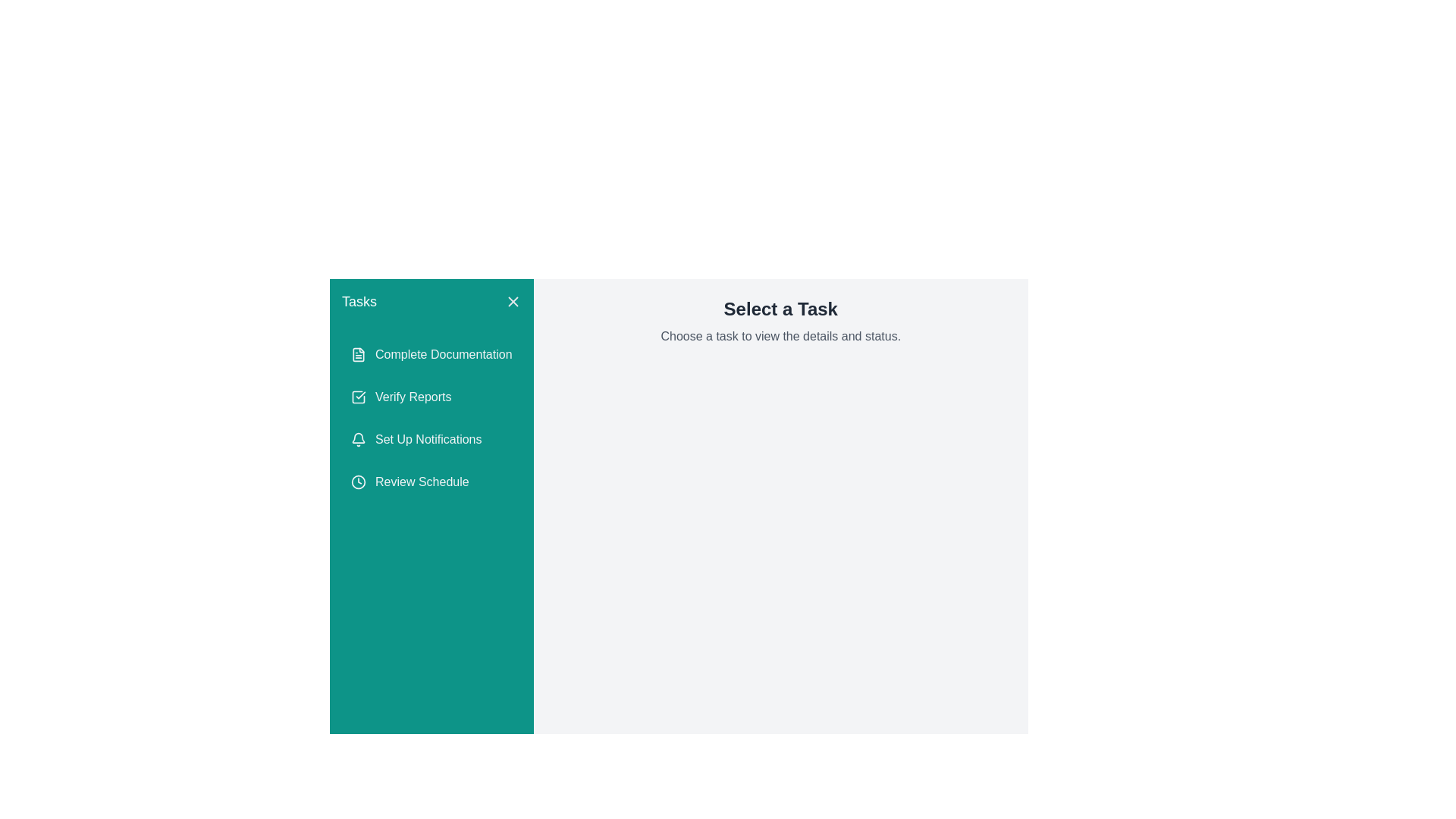 The height and width of the screenshot is (819, 1456). What do you see at coordinates (431, 397) in the screenshot?
I see `the 'Verify Reports' button, which features a checkbox icon and is located below the 'Complete Documentation' button in the left-side navigation panel` at bounding box center [431, 397].